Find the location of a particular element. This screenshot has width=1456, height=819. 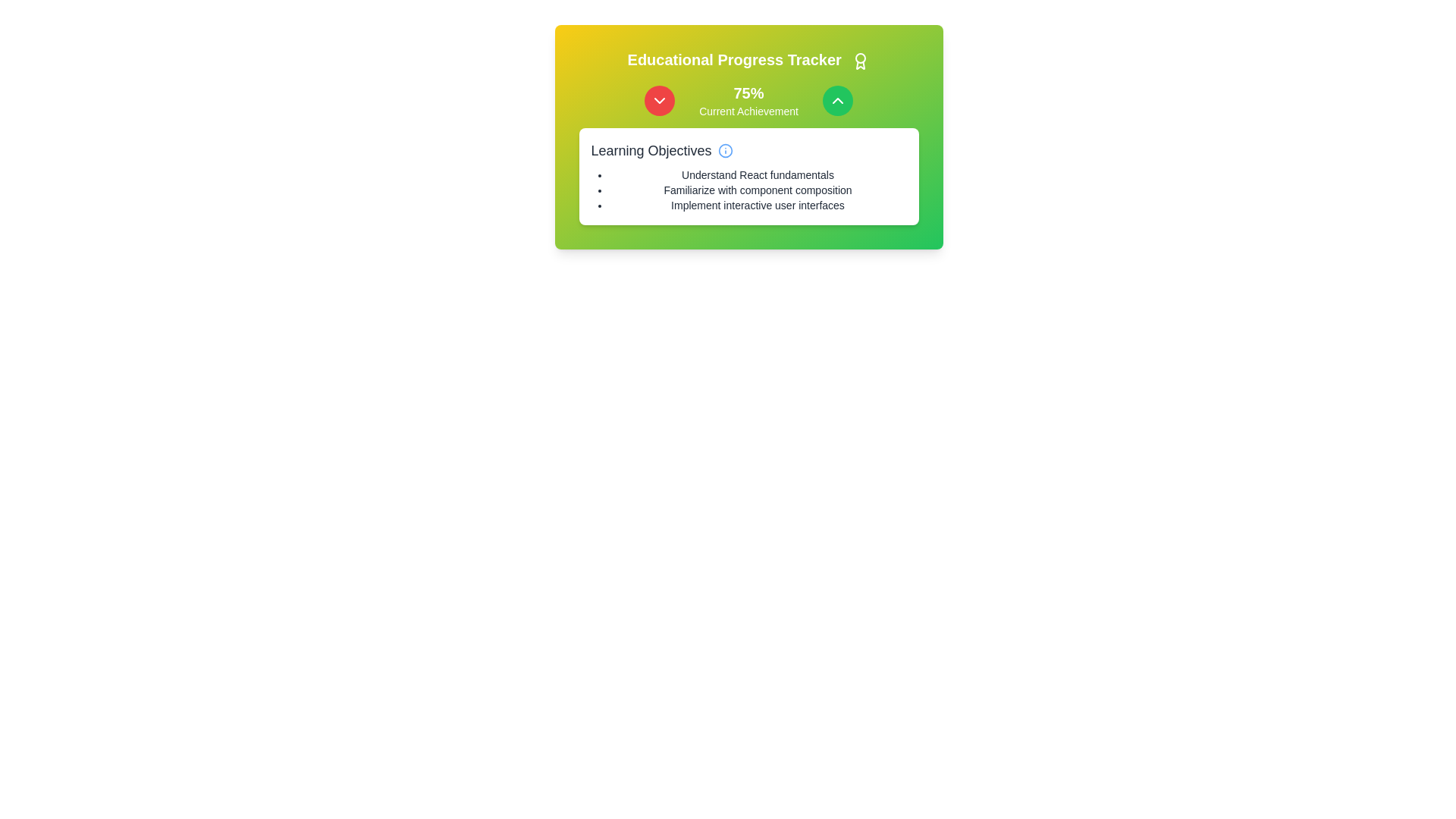

the SVG graphic component resembling a decorative ribbon located in the upper-right corner of the interface is located at coordinates (861, 64).